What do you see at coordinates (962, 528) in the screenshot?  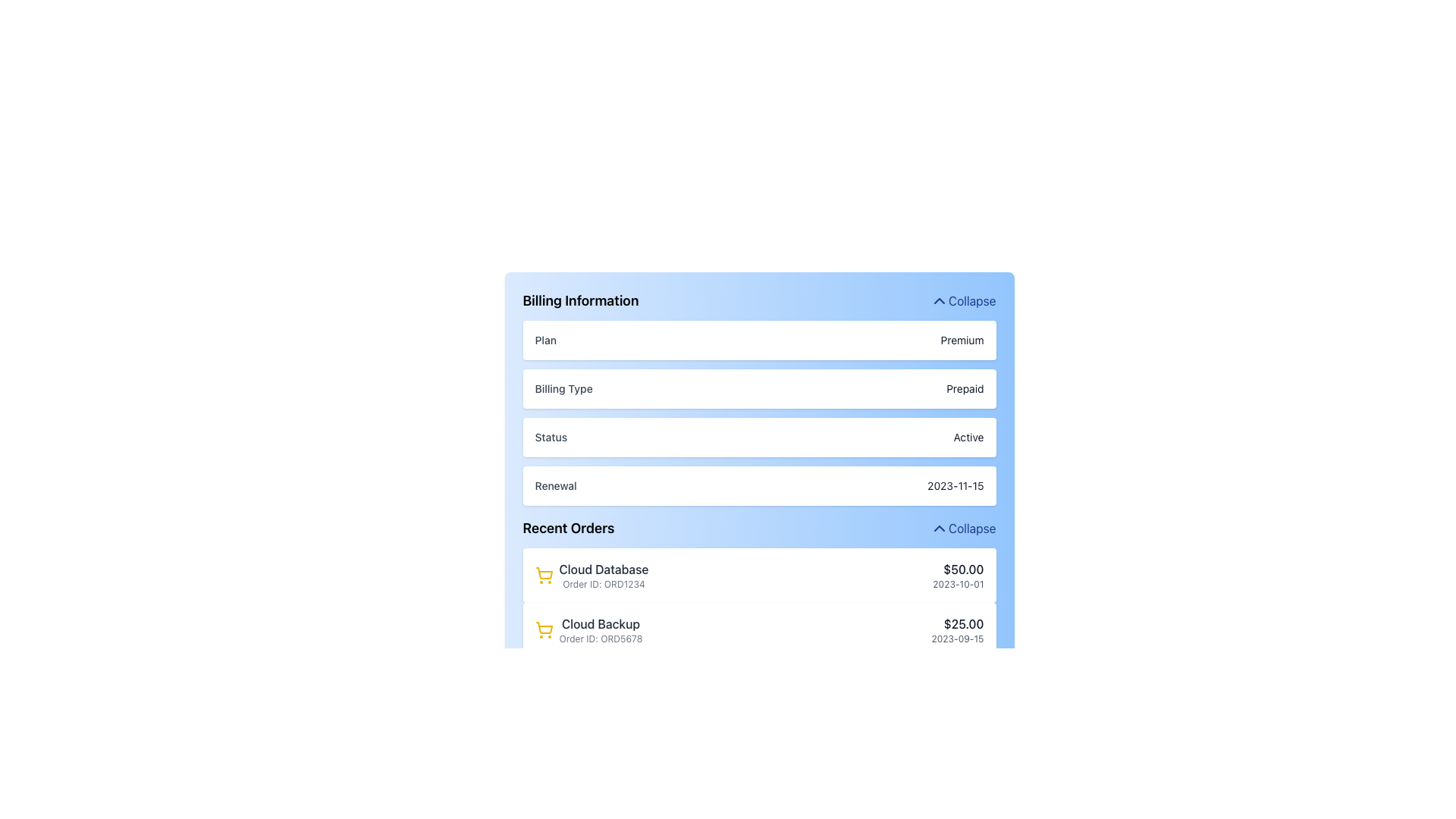 I see `the button located at the top-right corner of the 'Recent Orders' section` at bounding box center [962, 528].